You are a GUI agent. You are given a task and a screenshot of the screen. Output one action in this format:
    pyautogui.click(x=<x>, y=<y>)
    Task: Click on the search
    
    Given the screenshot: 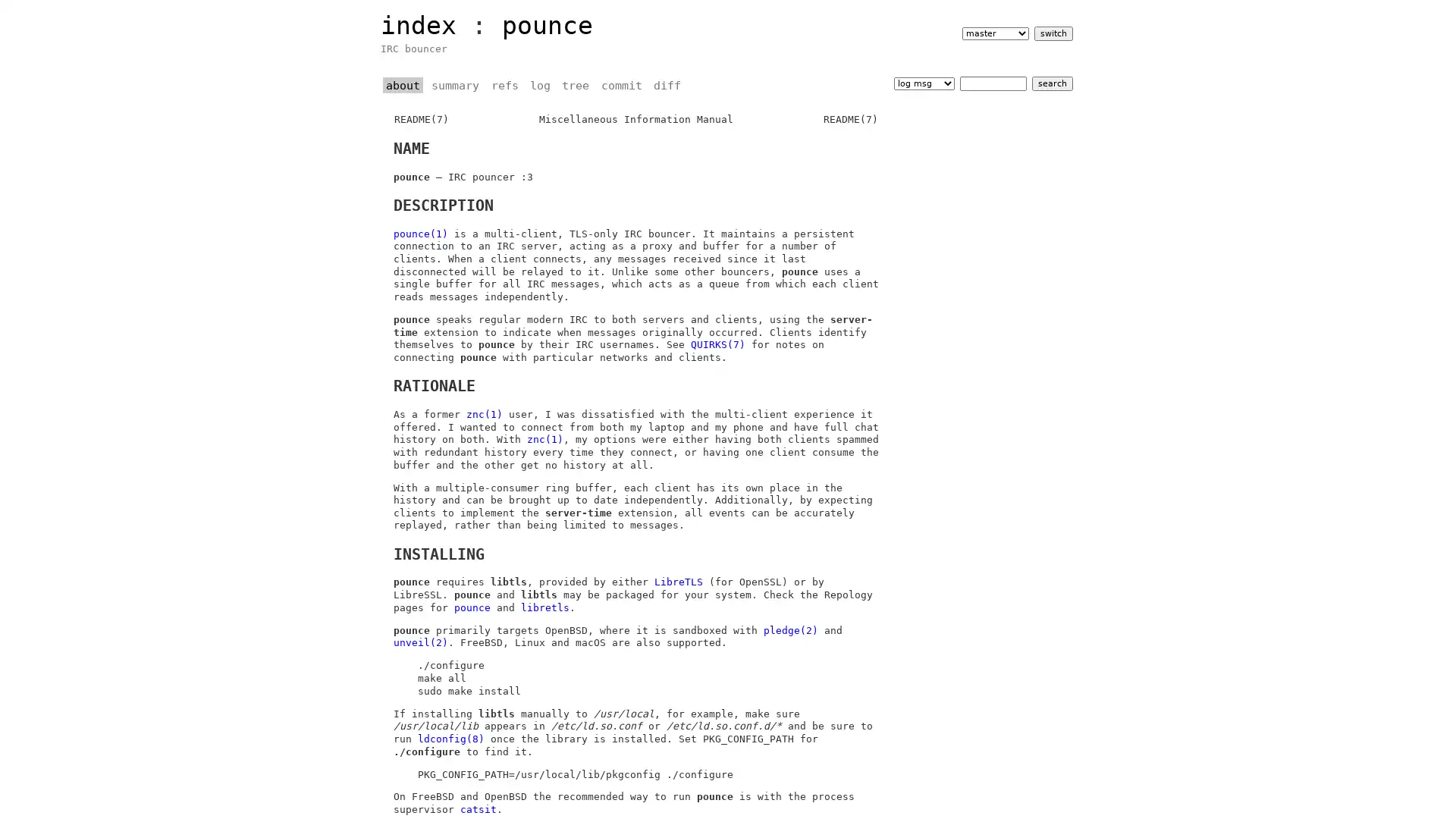 What is the action you would take?
    pyautogui.click(x=1051, y=83)
    